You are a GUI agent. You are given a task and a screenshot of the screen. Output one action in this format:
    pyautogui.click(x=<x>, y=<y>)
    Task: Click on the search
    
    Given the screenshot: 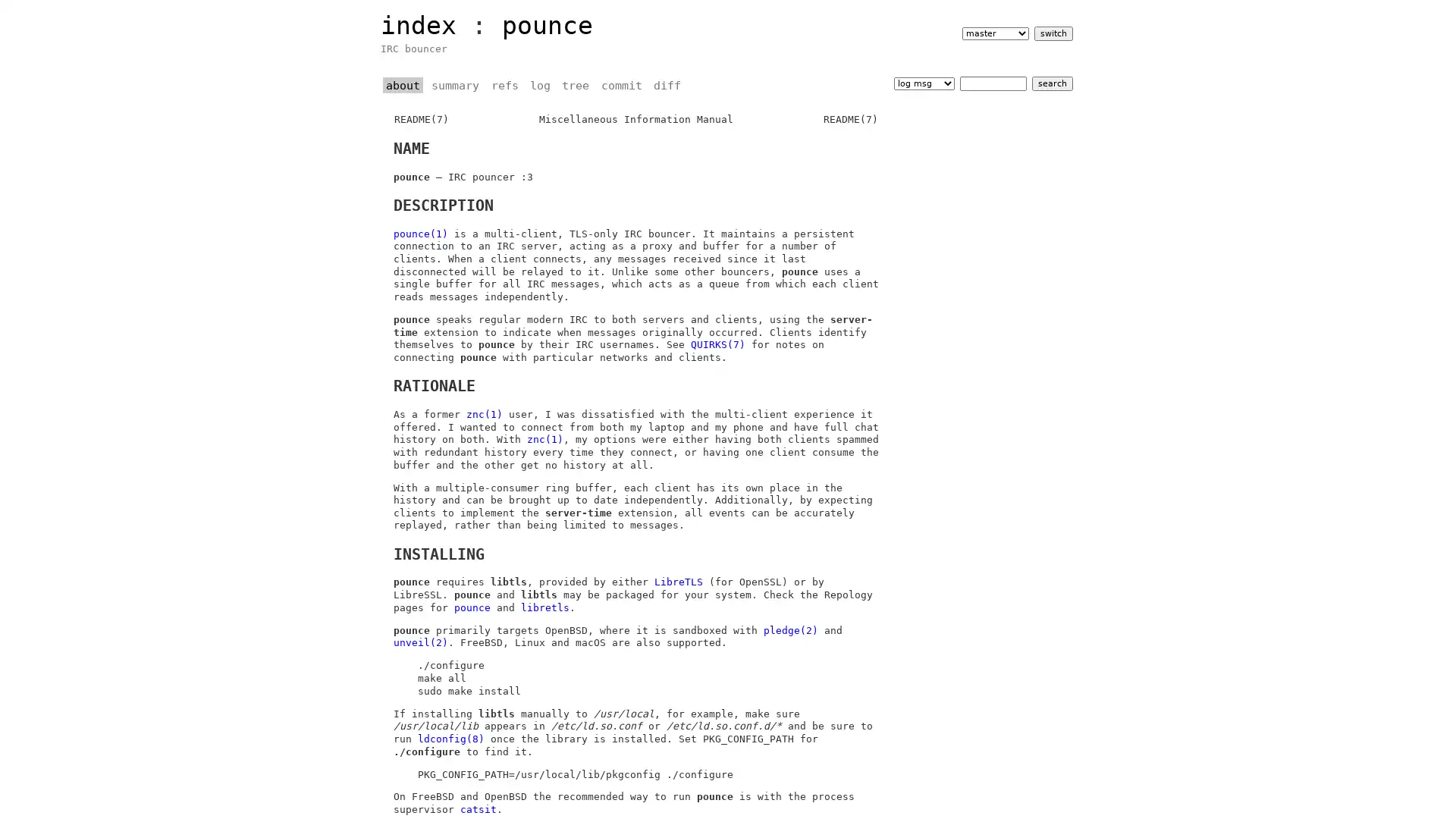 What is the action you would take?
    pyautogui.click(x=1051, y=83)
    